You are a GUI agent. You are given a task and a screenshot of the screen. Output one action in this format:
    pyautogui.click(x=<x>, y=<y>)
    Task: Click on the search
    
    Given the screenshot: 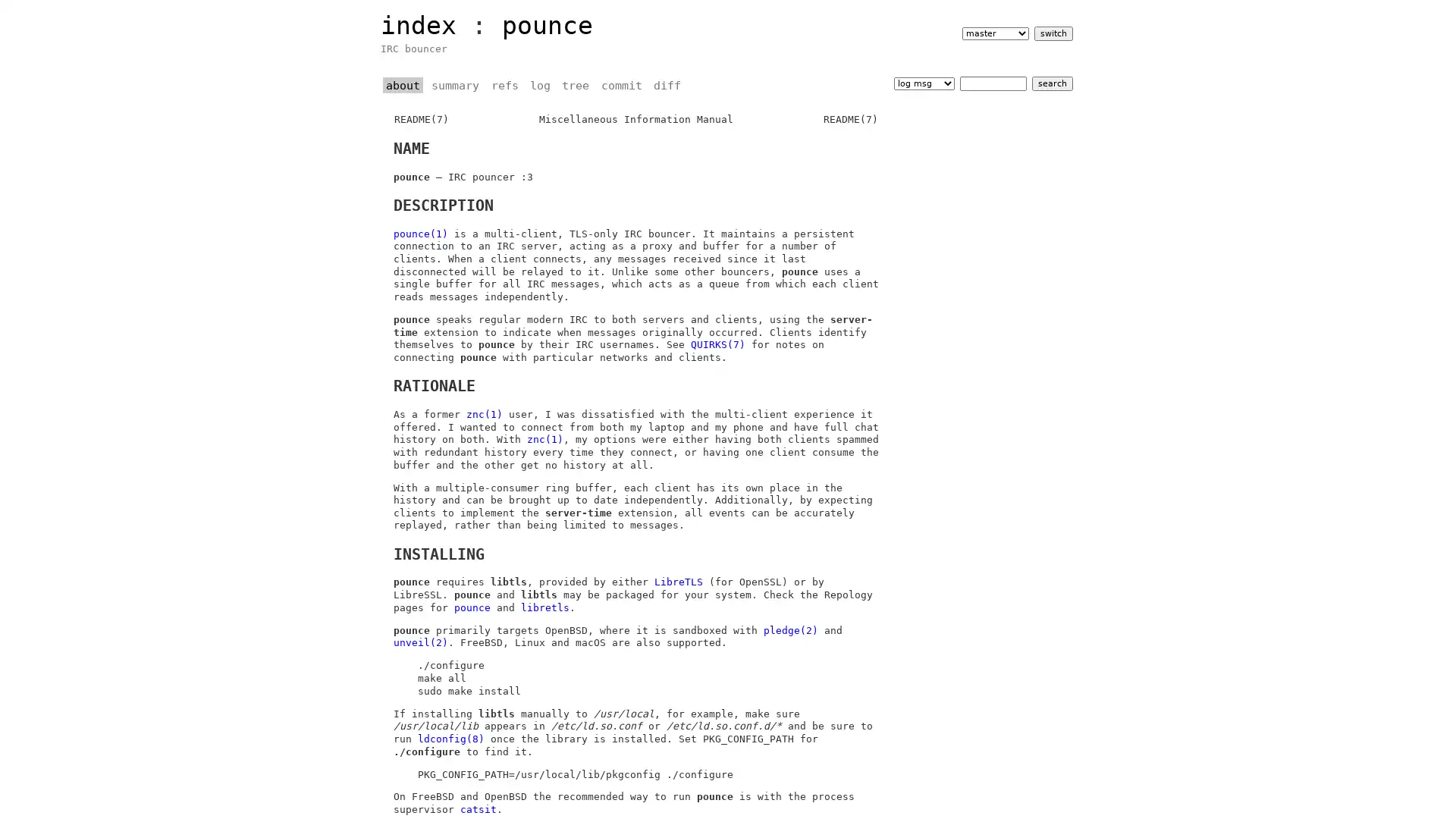 What is the action you would take?
    pyautogui.click(x=1051, y=83)
    